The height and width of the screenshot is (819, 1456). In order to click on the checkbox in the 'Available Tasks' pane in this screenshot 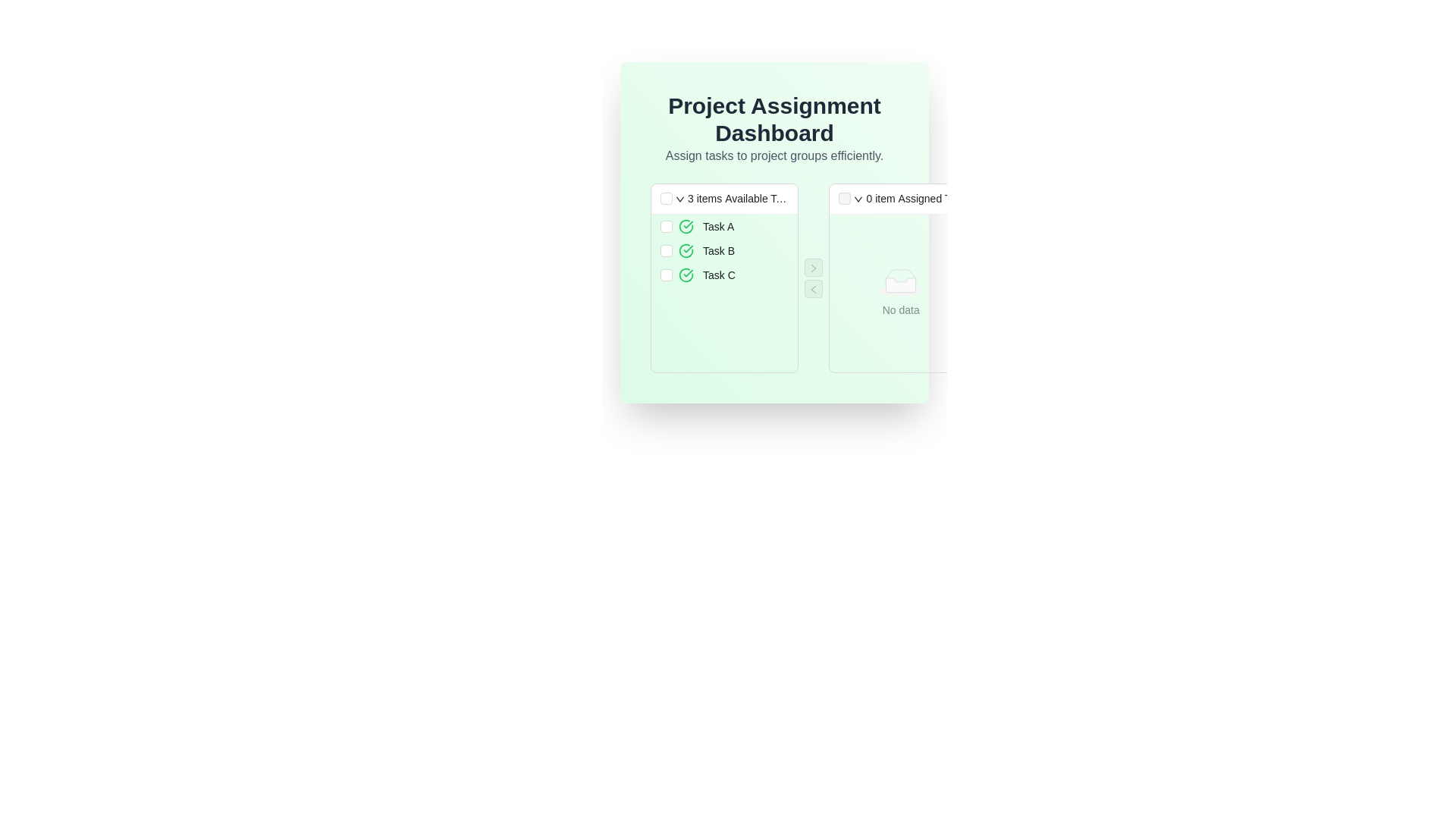, I will do `click(774, 278)`.